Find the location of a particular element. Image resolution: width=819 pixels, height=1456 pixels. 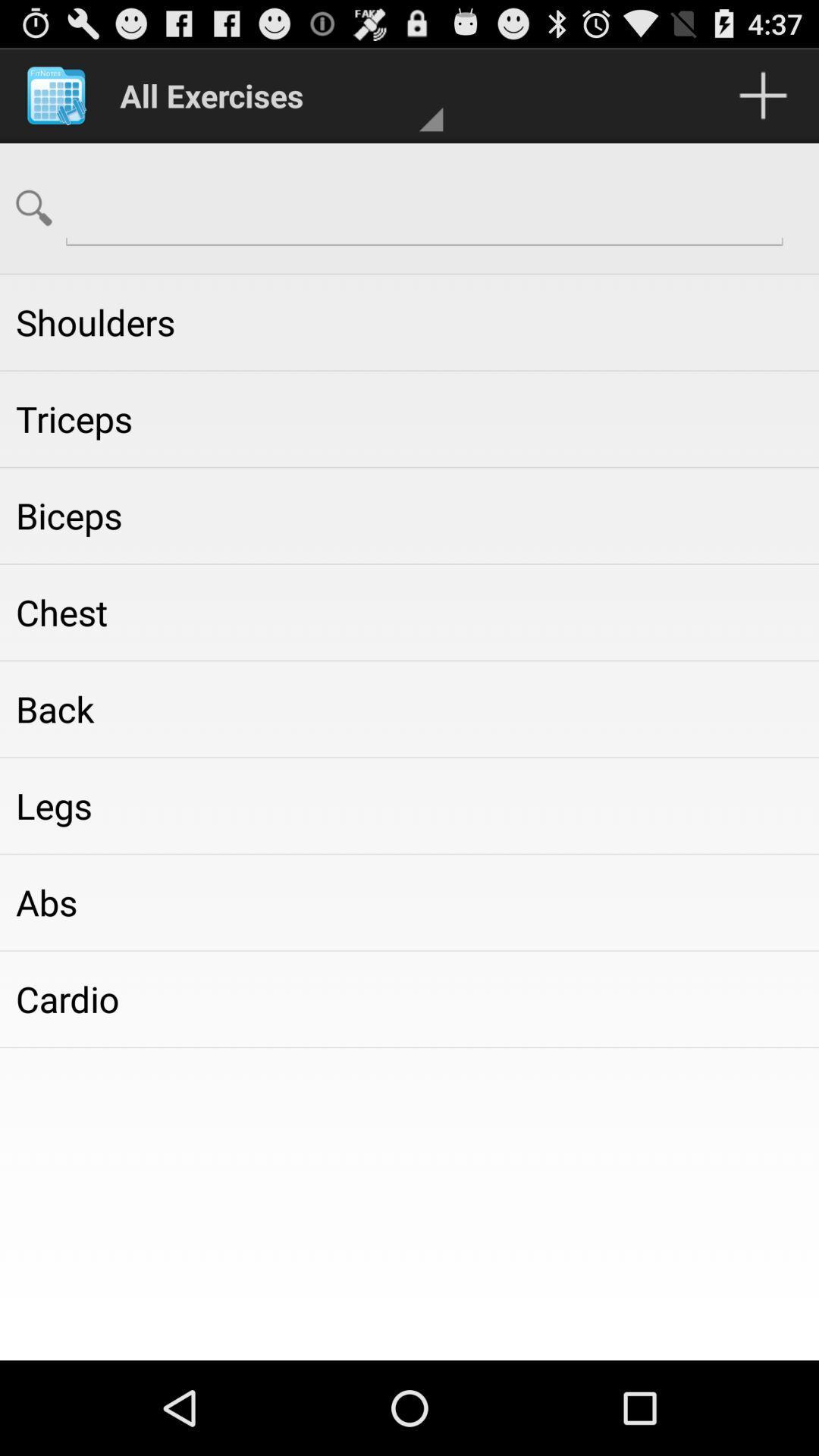

search bar is located at coordinates (424, 206).